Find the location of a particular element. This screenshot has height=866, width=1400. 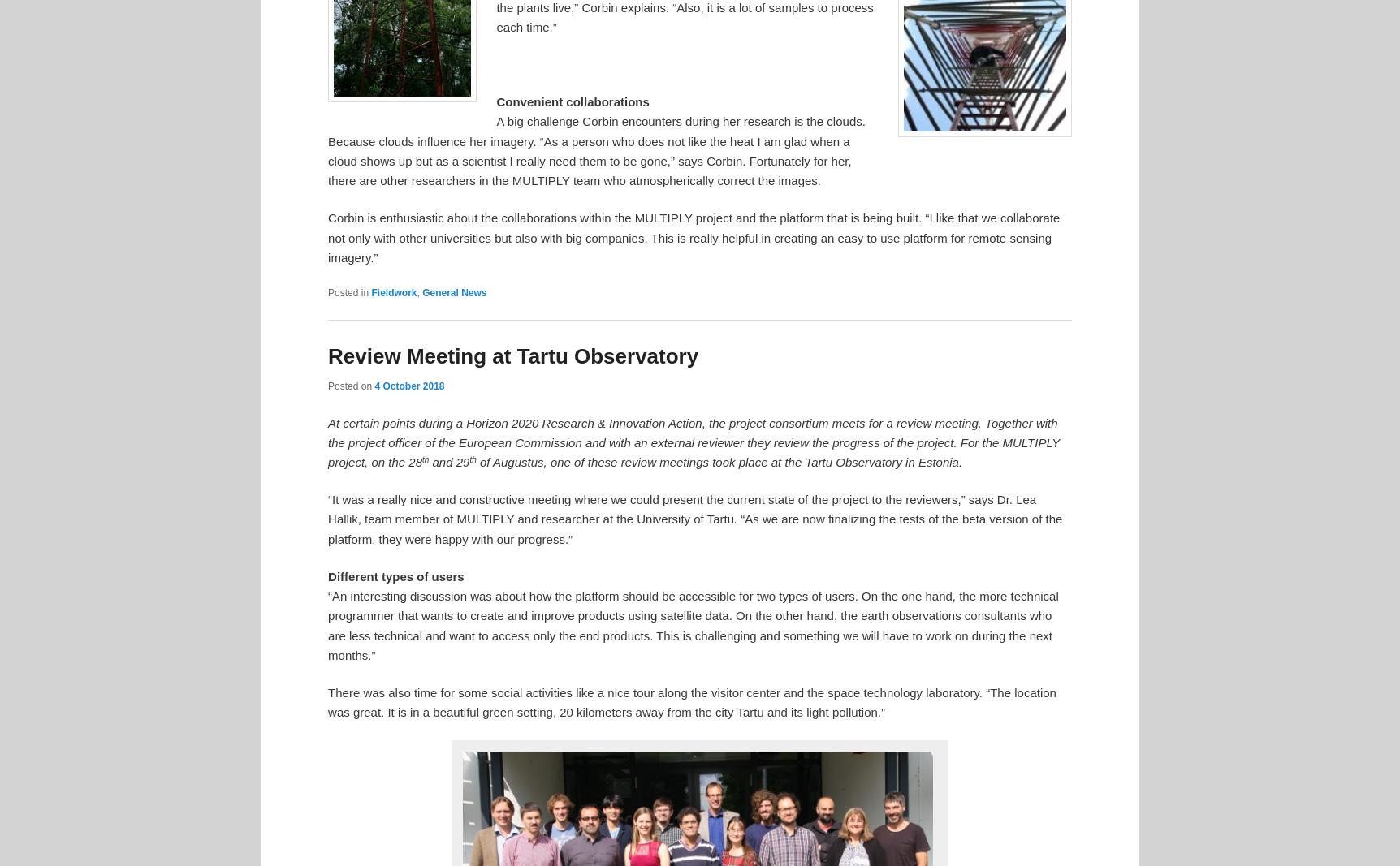

'“It was a really nice and constructive meeting where we could present the current state of the project to the reviewers,” says Dr. Lea Hallik, team member of MULTIPLY and researcher at the University of Tartu' is located at coordinates (681, 509).